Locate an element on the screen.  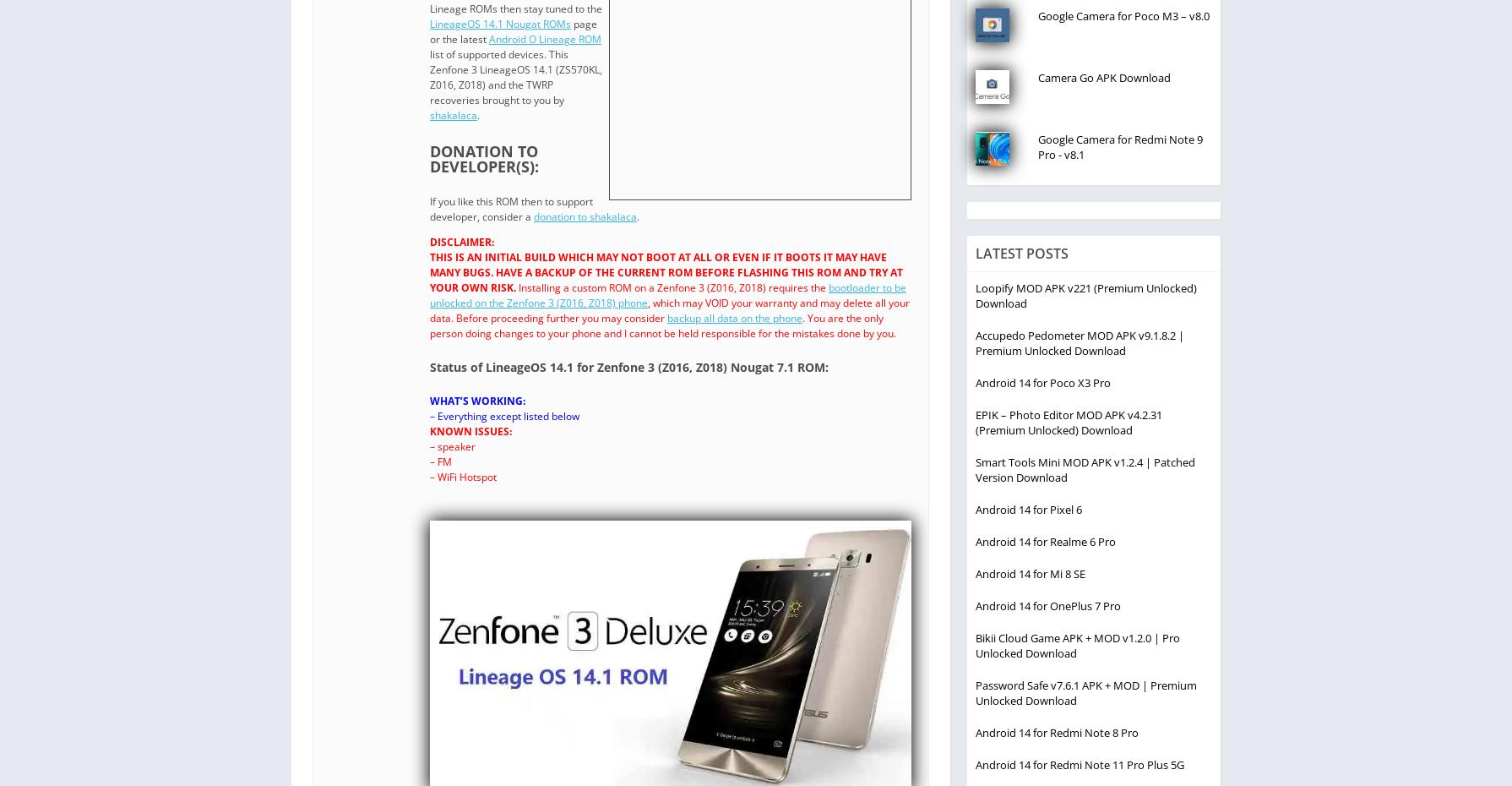
'THIS IS AN INITIAL BUILD WHICH MAY NOT BOOT AT ALL OR EVEN IF IT BOOTS IT MAY HAVE MANY BUGS. HAVE A BACKUP OF THE CURRENT ROM BEFORE FLASHING THIS ROM AND TRY AT YOUR OWN RISK.' is located at coordinates (666, 271).